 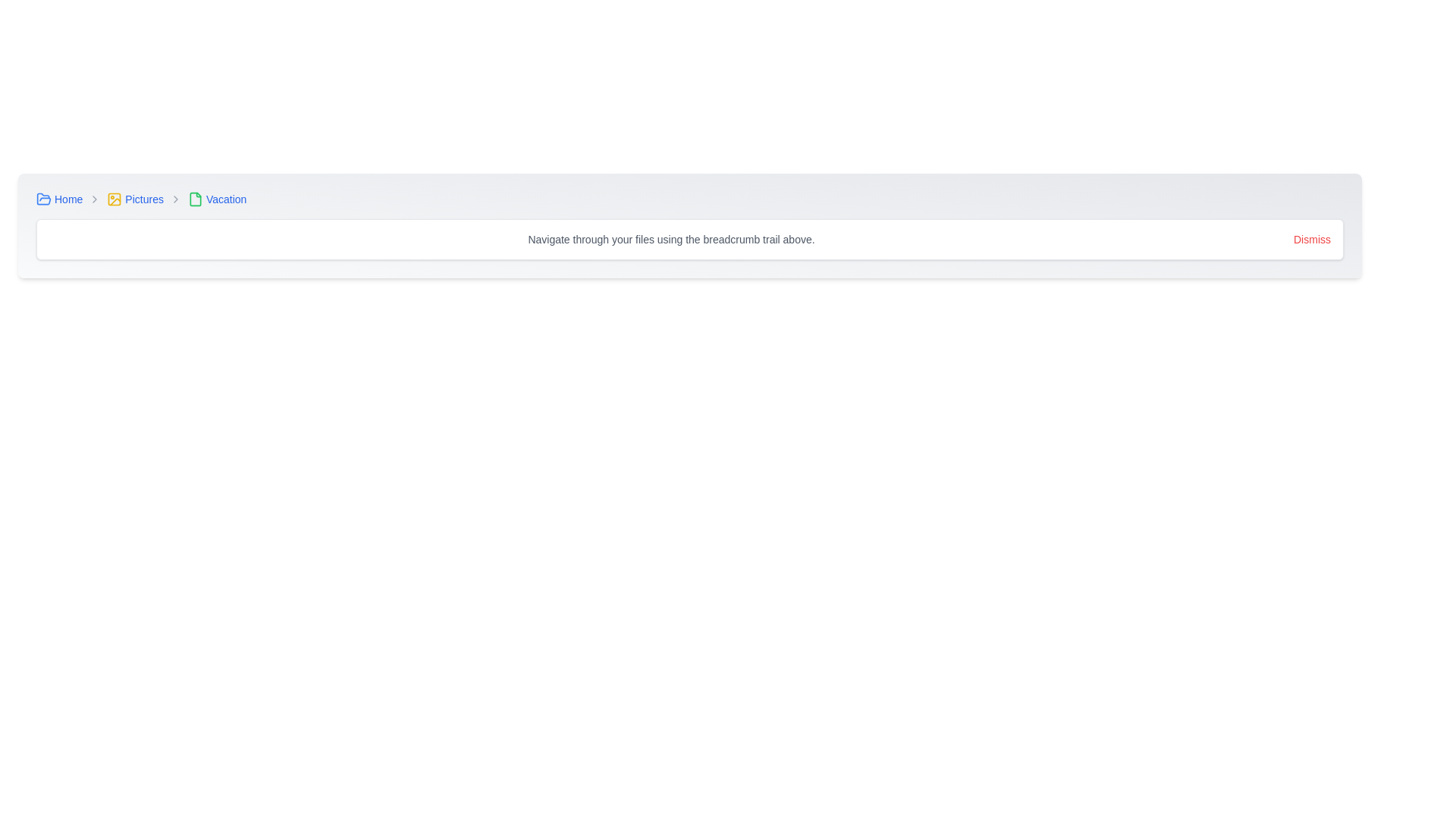 What do you see at coordinates (144, 198) in the screenshot?
I see `the 'Pictures' text label in the breadcrumb navigation bar` at bounding box center [144, 198].